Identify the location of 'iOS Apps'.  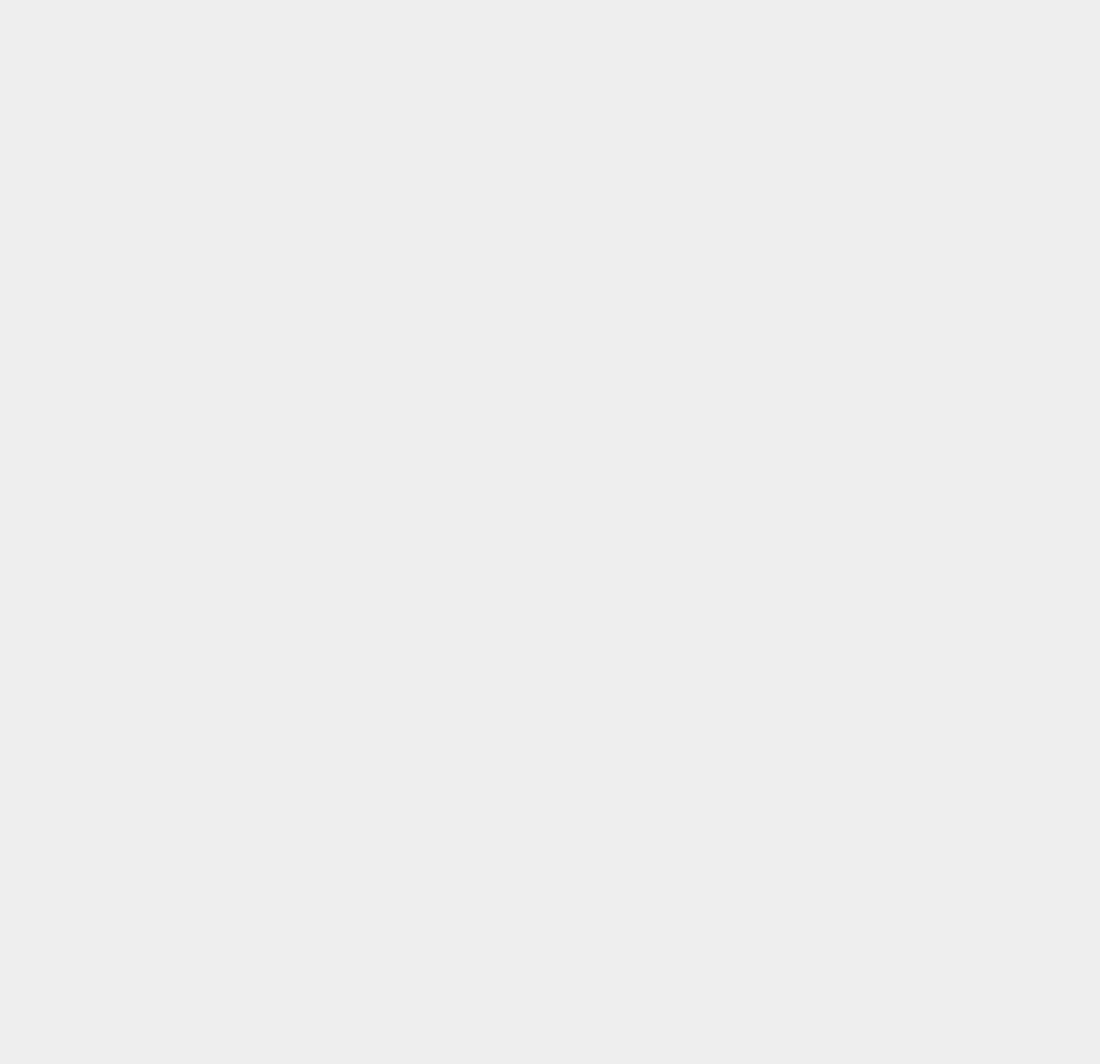
(805, 529).